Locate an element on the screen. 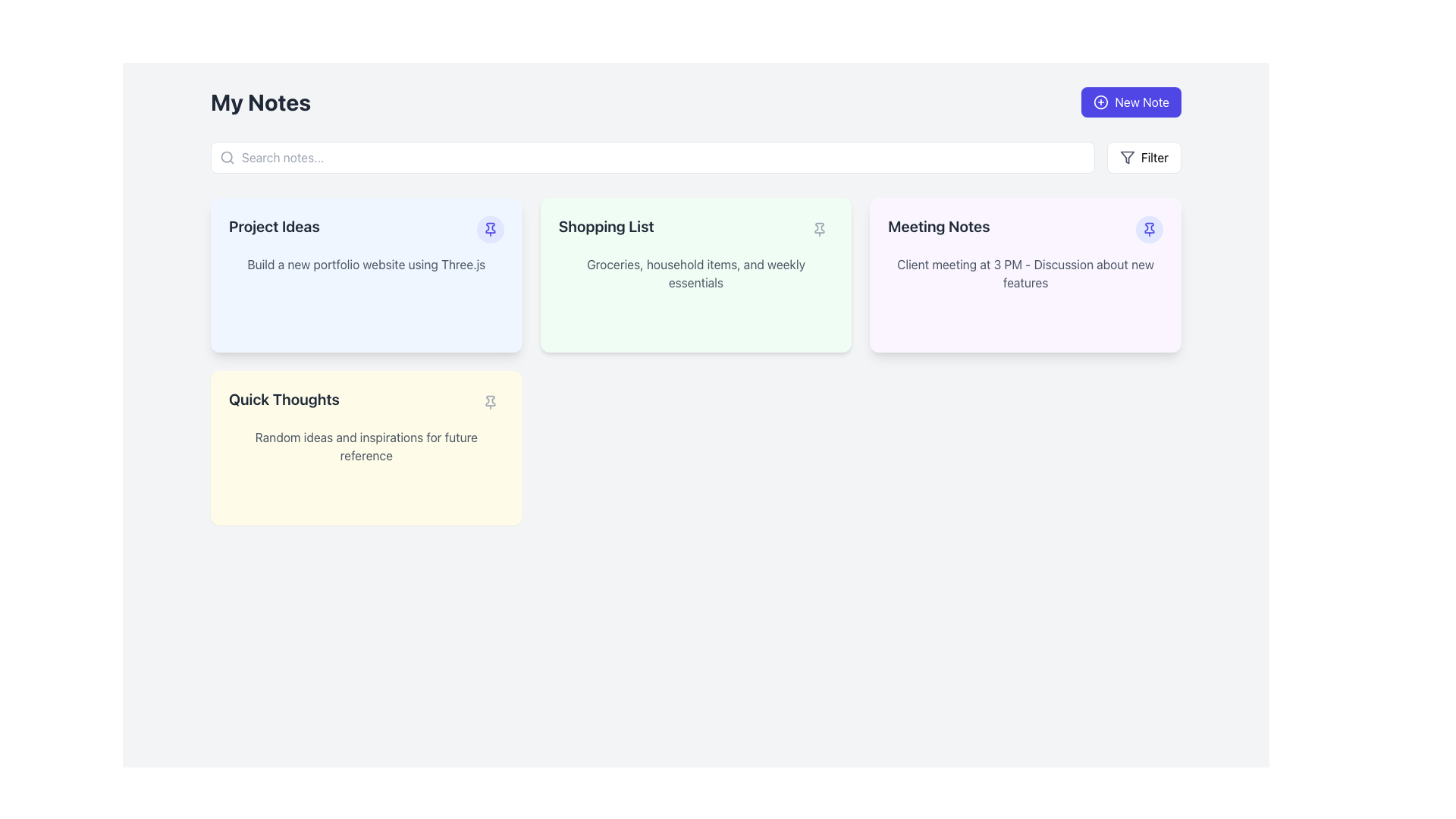 The image size is (1456, 819). the 'add' icon for creating a new note, which is located in the top-right corner of the interface and is rendered in a vivid purple color is located at coordinates (1101, 102).